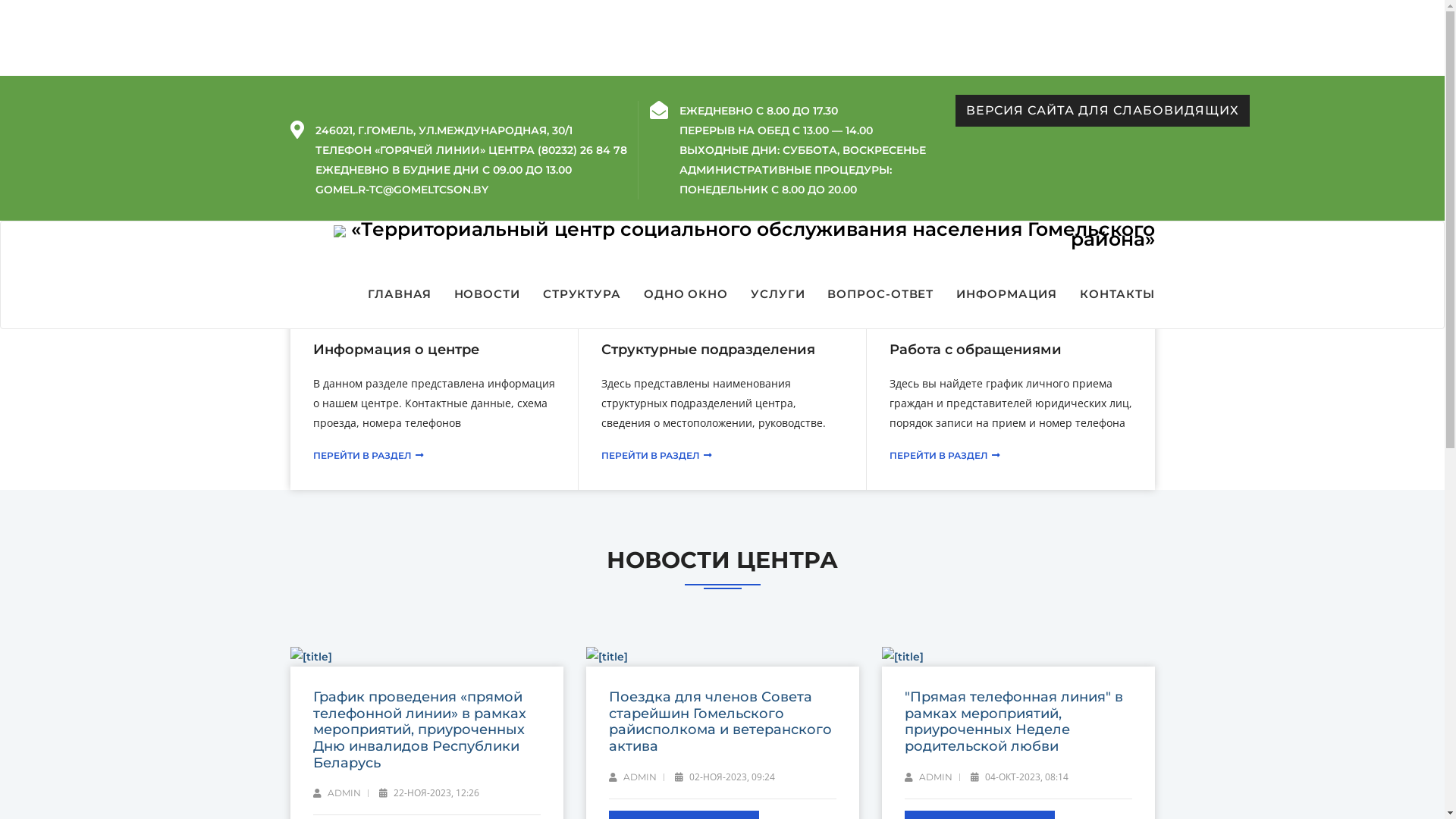 The image size is (1456, 819). I want to click on 'ADMIN', so click(632, 777).